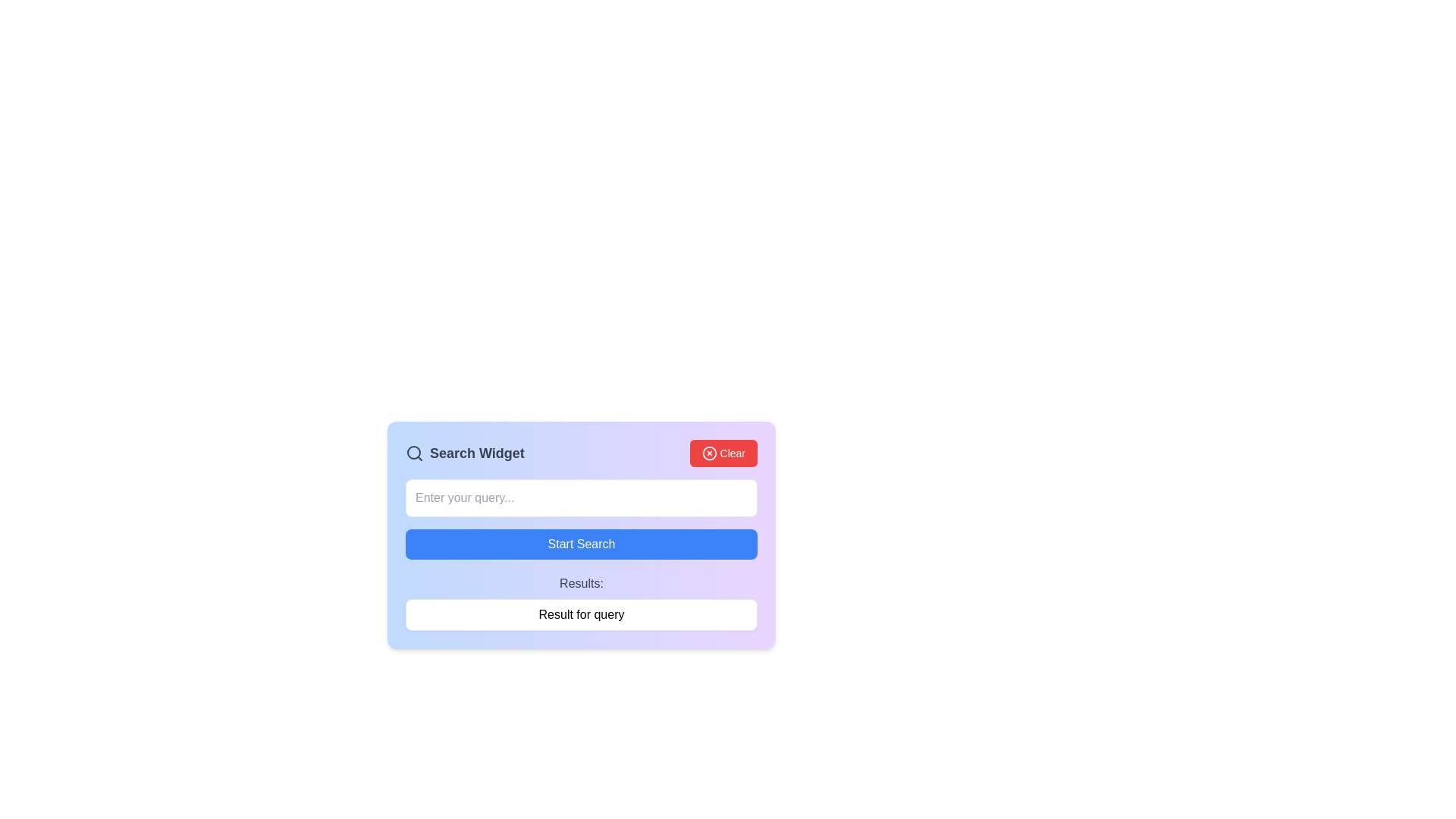  What do you see at coordinates (415, 452) in the screenshot?
I see `the magnifying glass icon located to the left of the 'Search Widget' text in the title bar of the search widget interface` at bounding box center [415, 452].